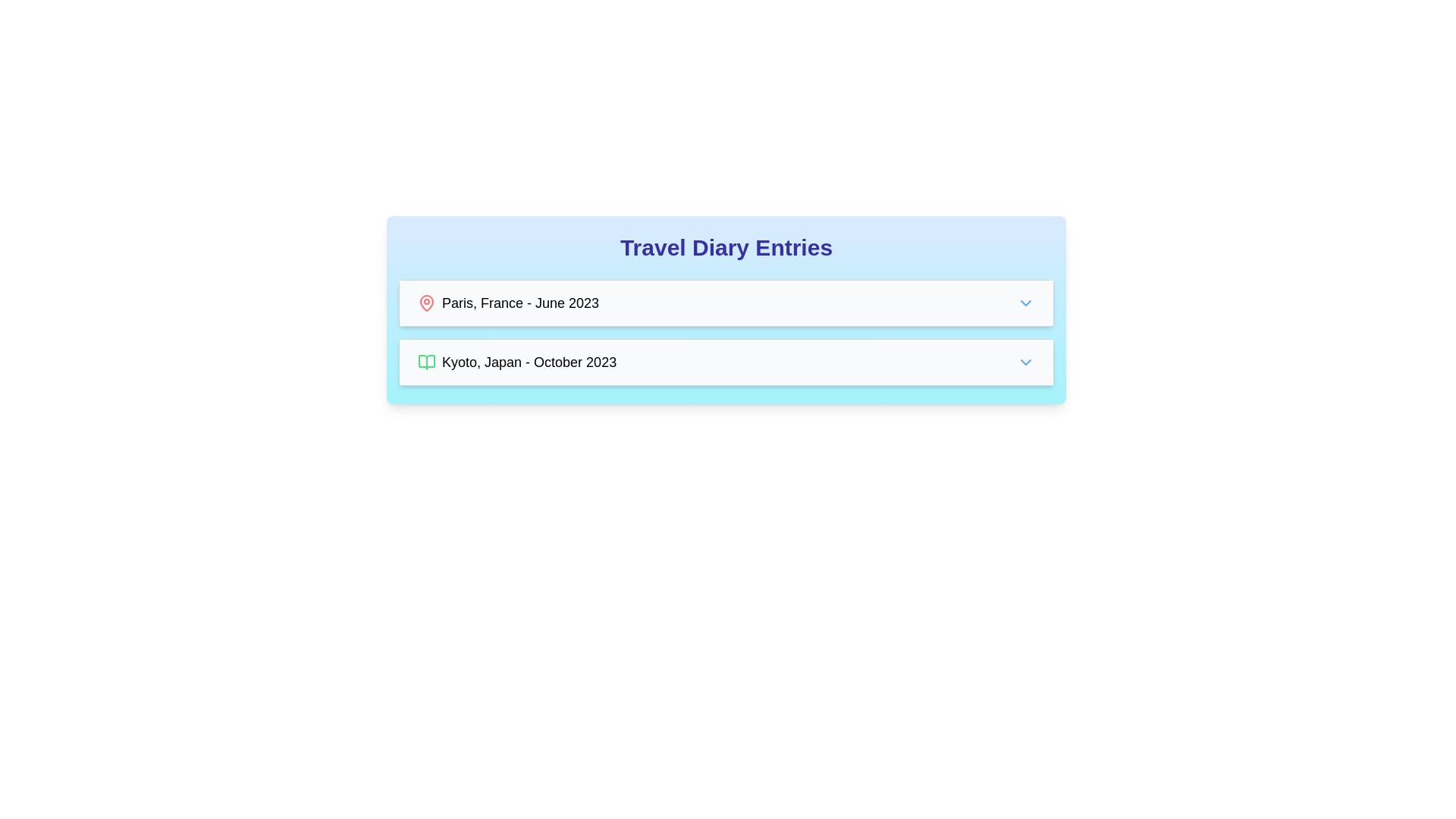  What do you see at coordinates (1026, 362) in the screenshot?
I see `the downward-pointing chevron icon on the right side of the entry labeled 'Kyoto, Japan - October 2023'` at bounding box center [1026, 362].